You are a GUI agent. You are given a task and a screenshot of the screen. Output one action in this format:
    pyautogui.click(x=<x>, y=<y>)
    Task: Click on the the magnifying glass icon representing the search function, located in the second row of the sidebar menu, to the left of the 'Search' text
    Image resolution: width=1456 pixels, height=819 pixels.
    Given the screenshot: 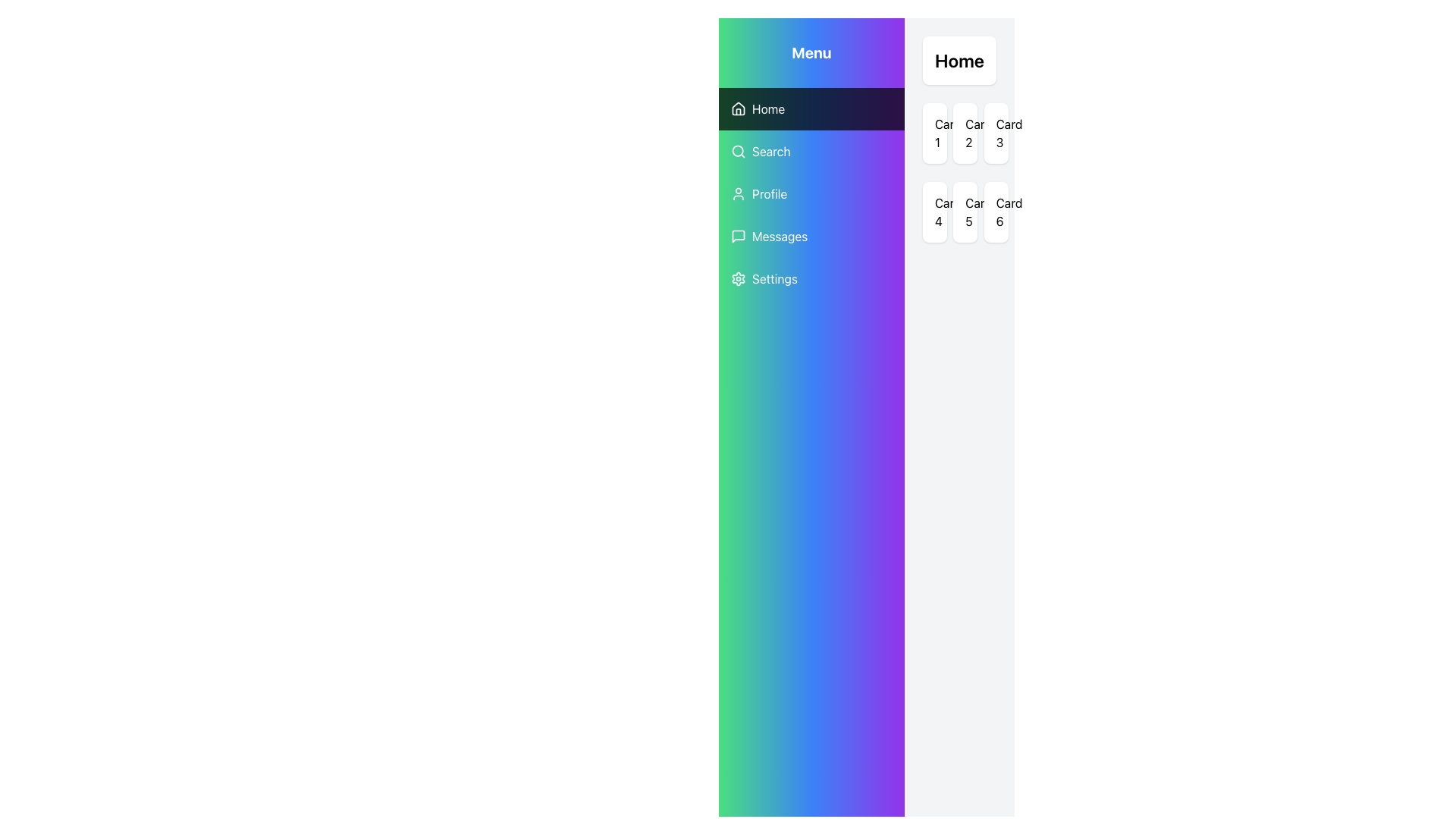 What is the action you would take?
    pyautogui.click(x=739, y=152)
    